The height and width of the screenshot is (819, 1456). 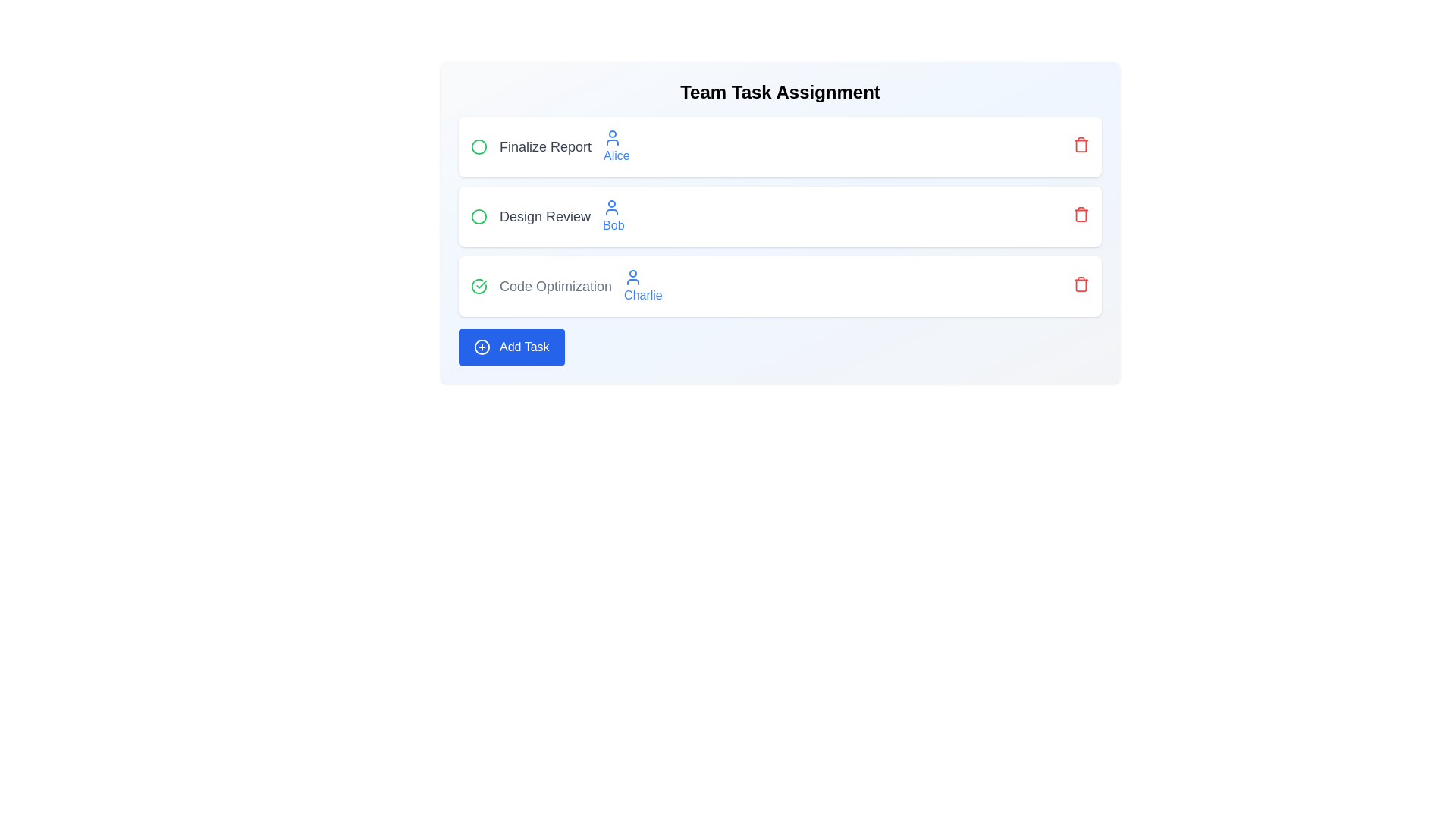 I want to click on the trash icon to remove the task Code Optimization, so click(x=1080, y=284).